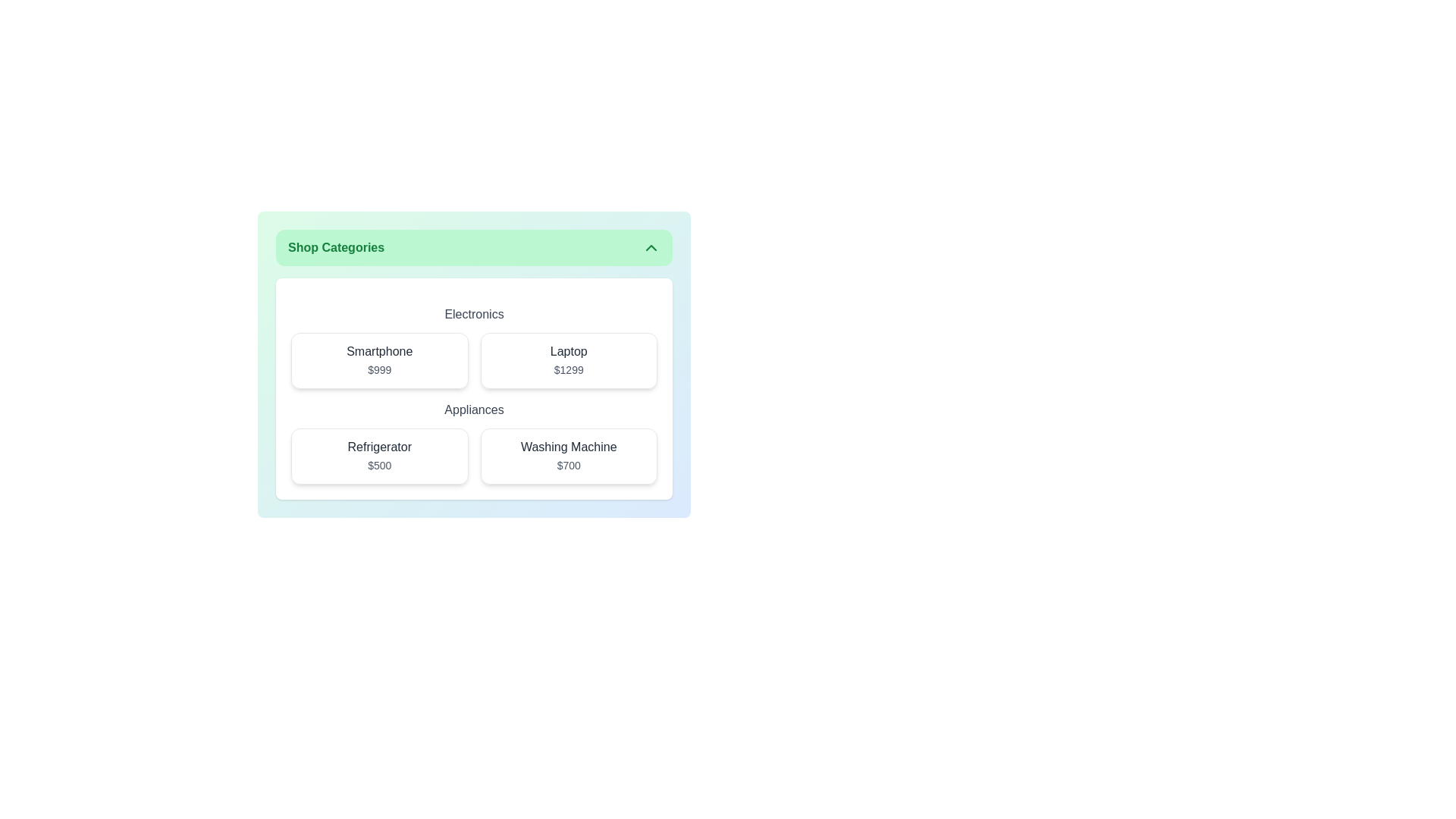  I want to click on the static text label that serves as a category header for the electronics section, positioned above the items labeled 'Smartphone' and 'Laptop', so click(473, 314).